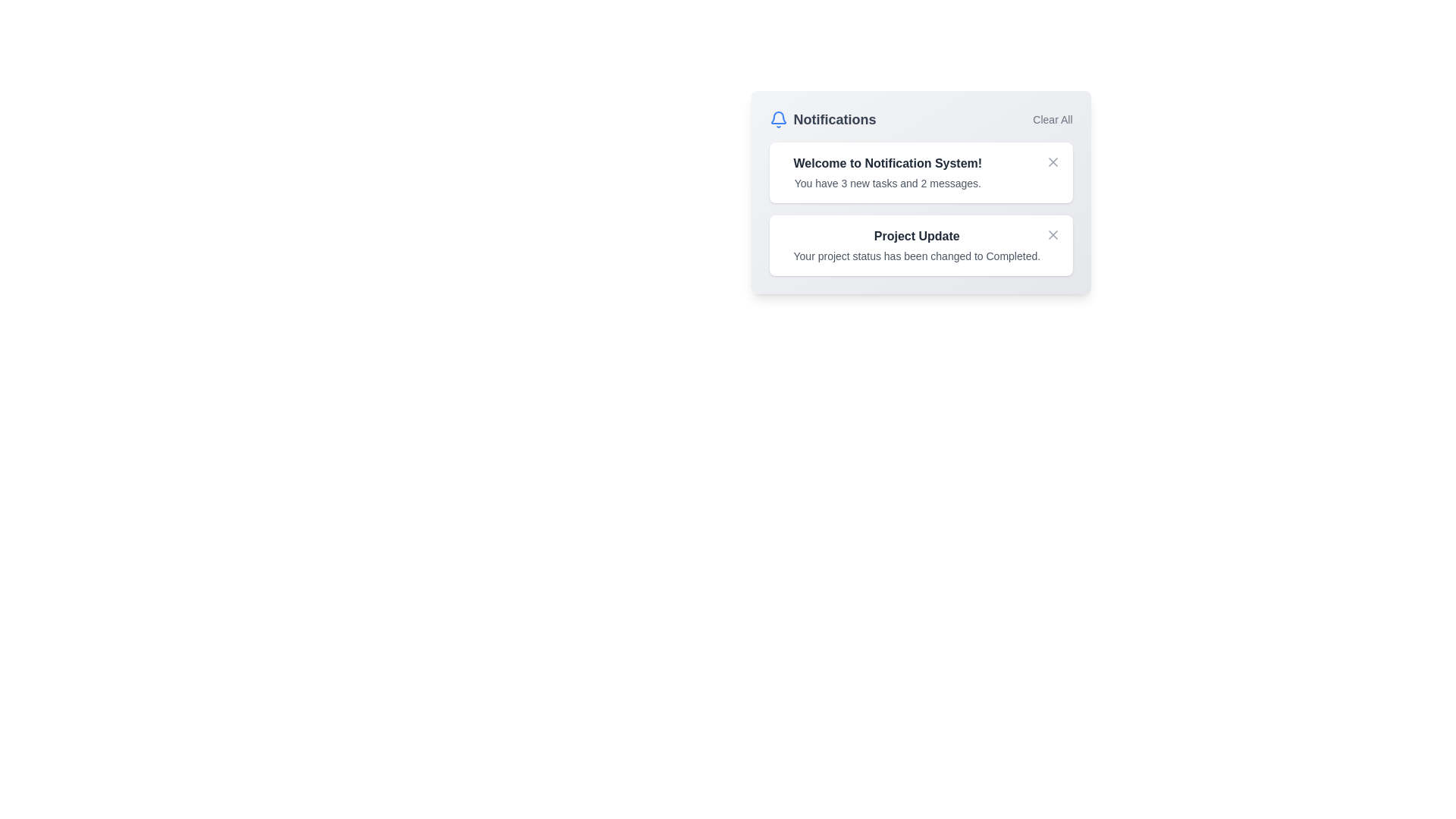 The width and height of the screenshot is (1456, 819). Describe the element at coordinates (778, 117) in the screenshot. I see `the bell-shaped notification icon outlined with a blue stroke, located in the top-left corner of the notification dropdown panel, slightly left-aligned with the title 'Notifications'` at that location.